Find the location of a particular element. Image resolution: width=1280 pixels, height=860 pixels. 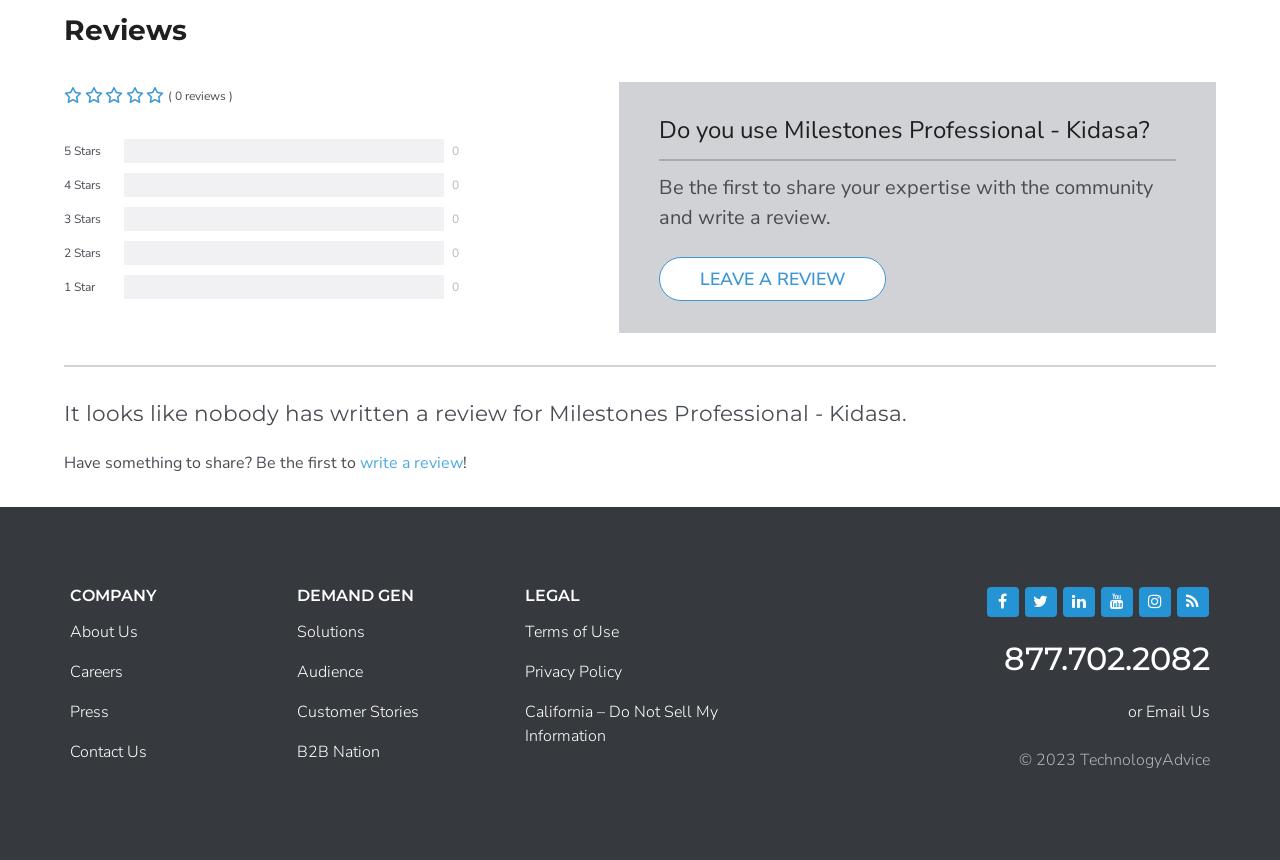

'Company' is located at coordinates (112, 593).